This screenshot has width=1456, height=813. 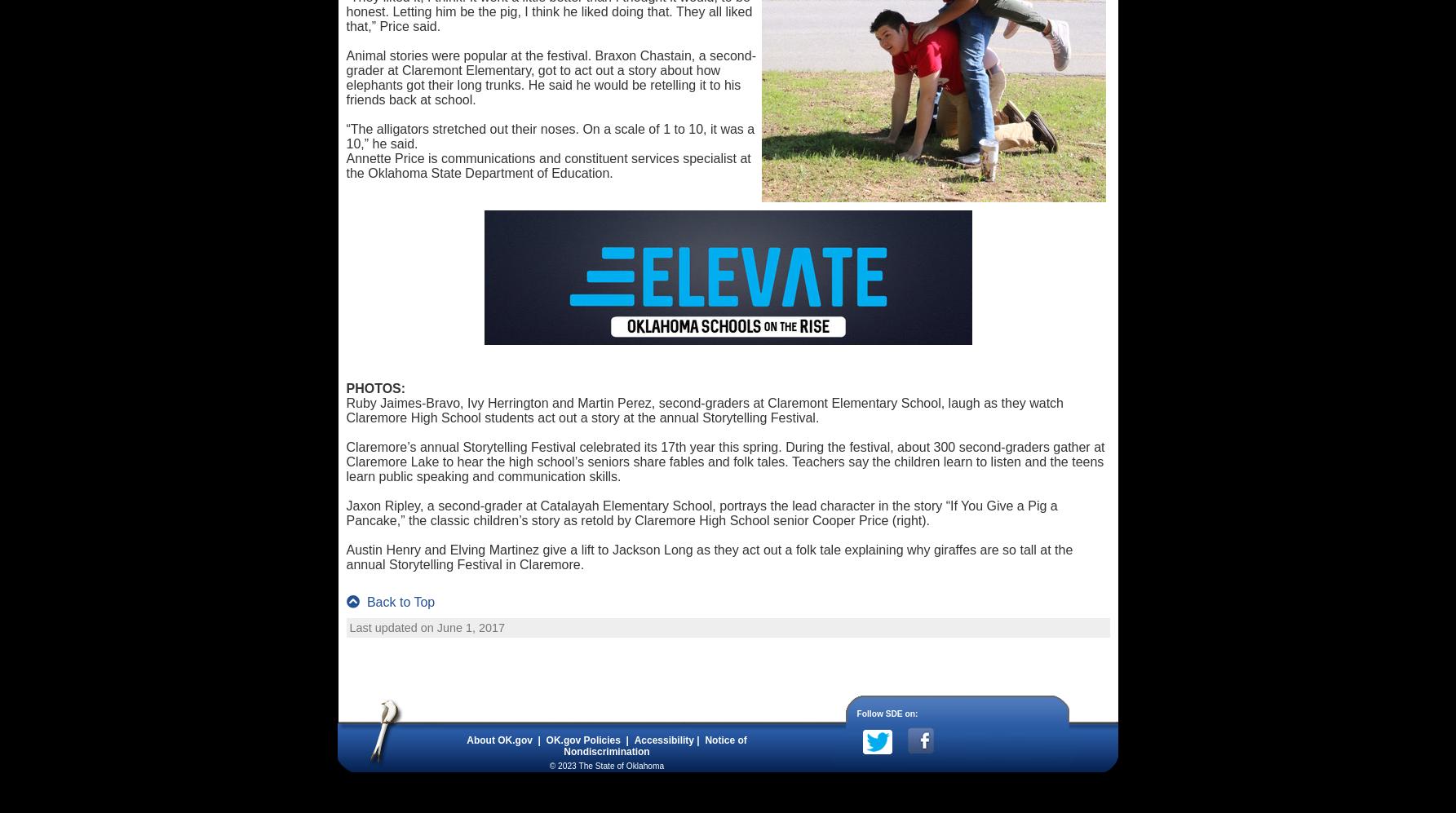 What do you see at coordinates (549, 135) in the screenshot?
I see `'“The alligators stretched out their noses. On a scale of 1 to 10, it was a 10,” he said.'` at bounding box center [549, 135].